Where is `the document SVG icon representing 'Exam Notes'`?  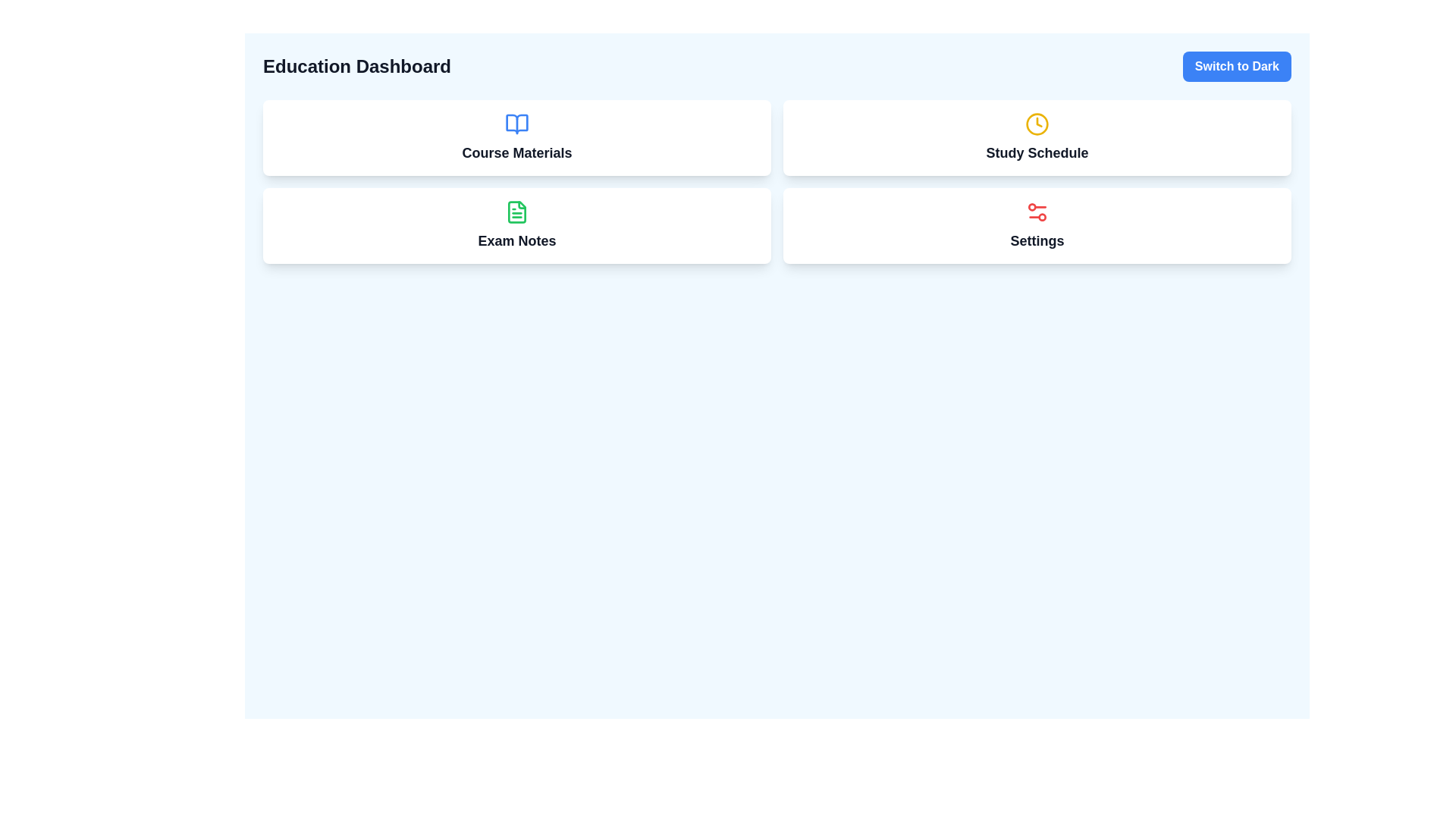 the document SVG icon representing 'Exam Notes' is located at coordinates (516, 212).